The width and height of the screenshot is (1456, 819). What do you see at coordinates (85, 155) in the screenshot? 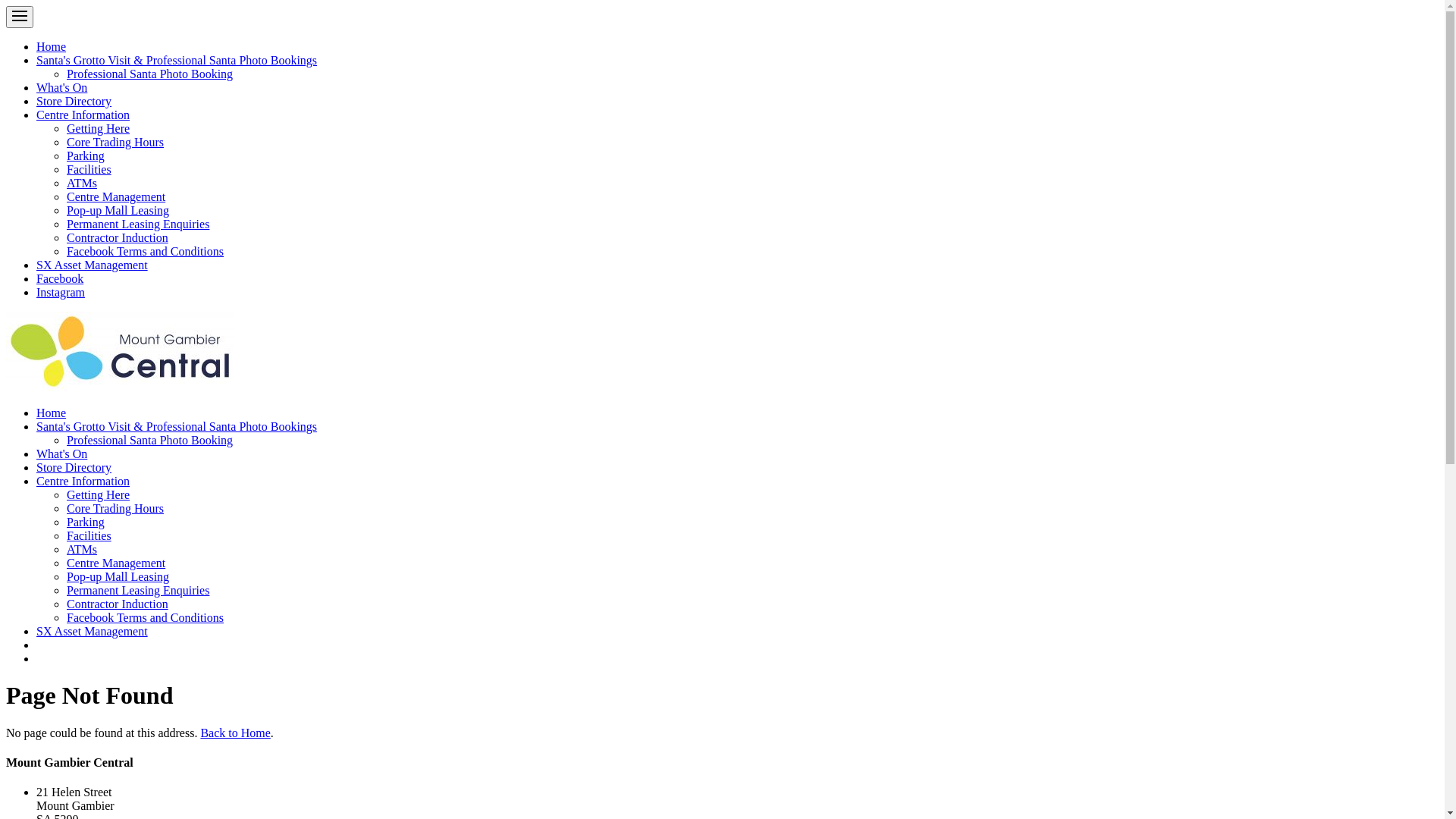
I see `'Parking'` at bounding box center [85, 155].